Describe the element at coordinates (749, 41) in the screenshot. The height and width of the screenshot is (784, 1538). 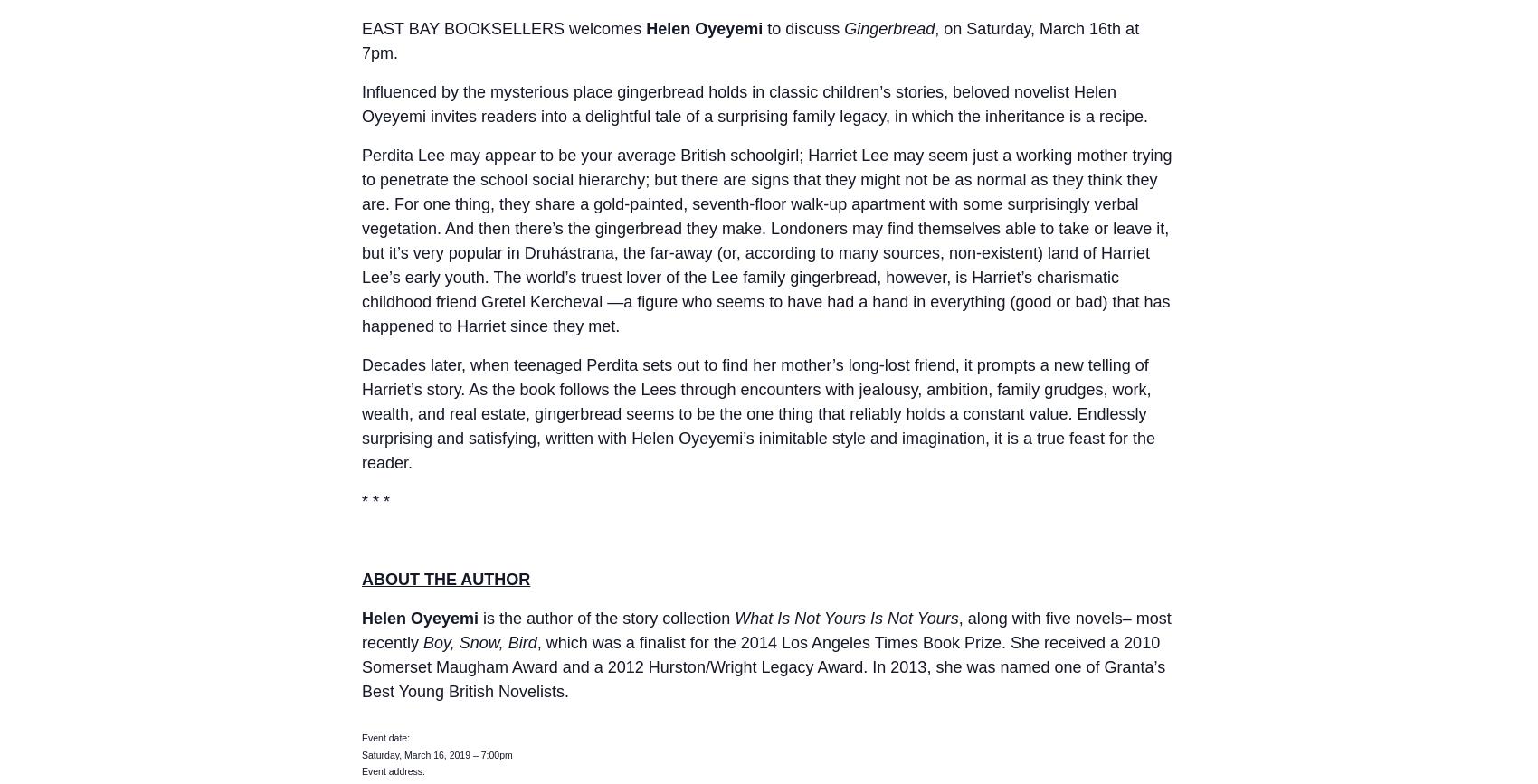
I see `', on Saturday, March 16th at 7pm.'` at that location.